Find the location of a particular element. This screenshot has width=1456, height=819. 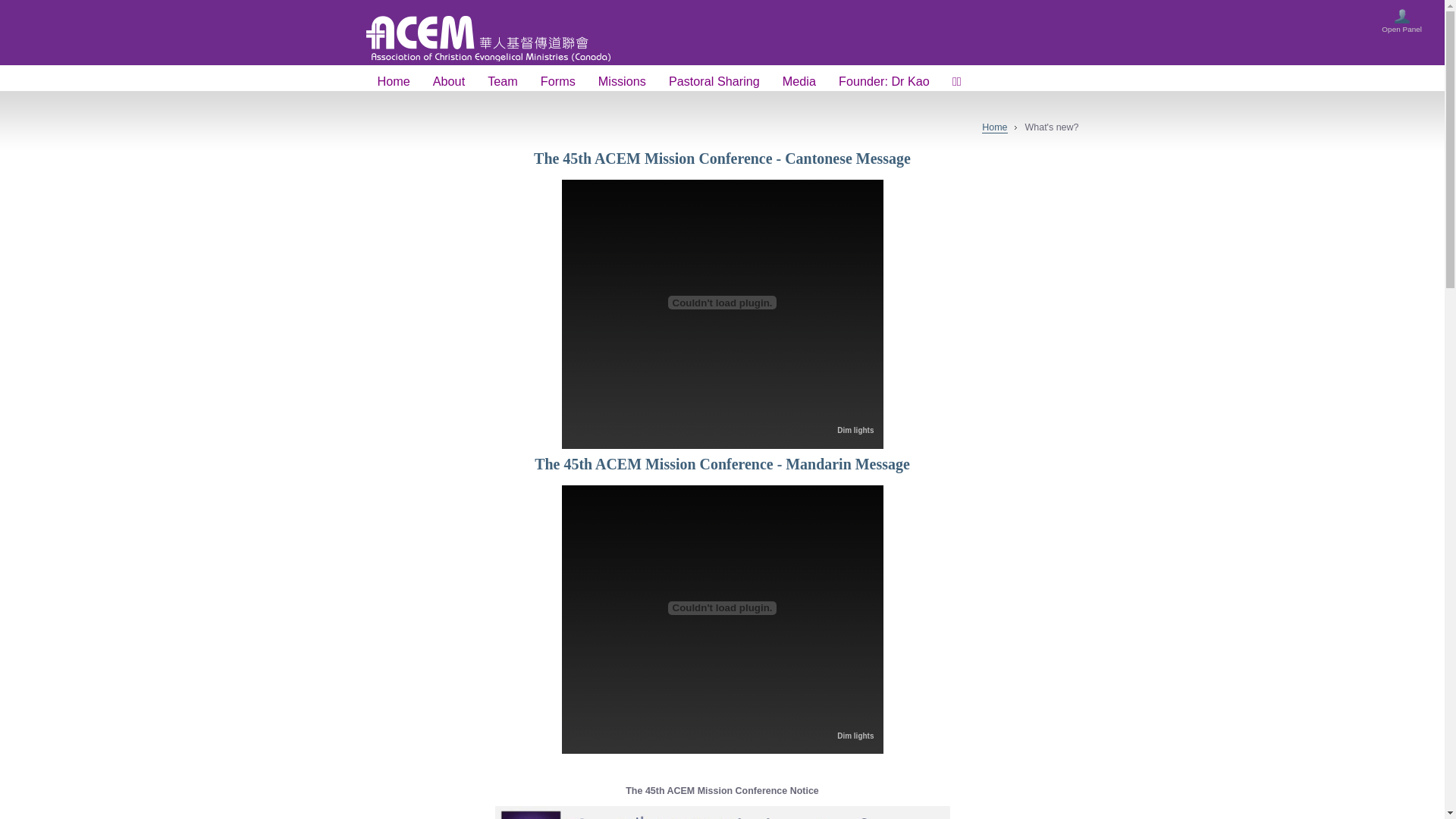

'JoomlaWorks AllVideos Player' is located at coordinates (570, 302).